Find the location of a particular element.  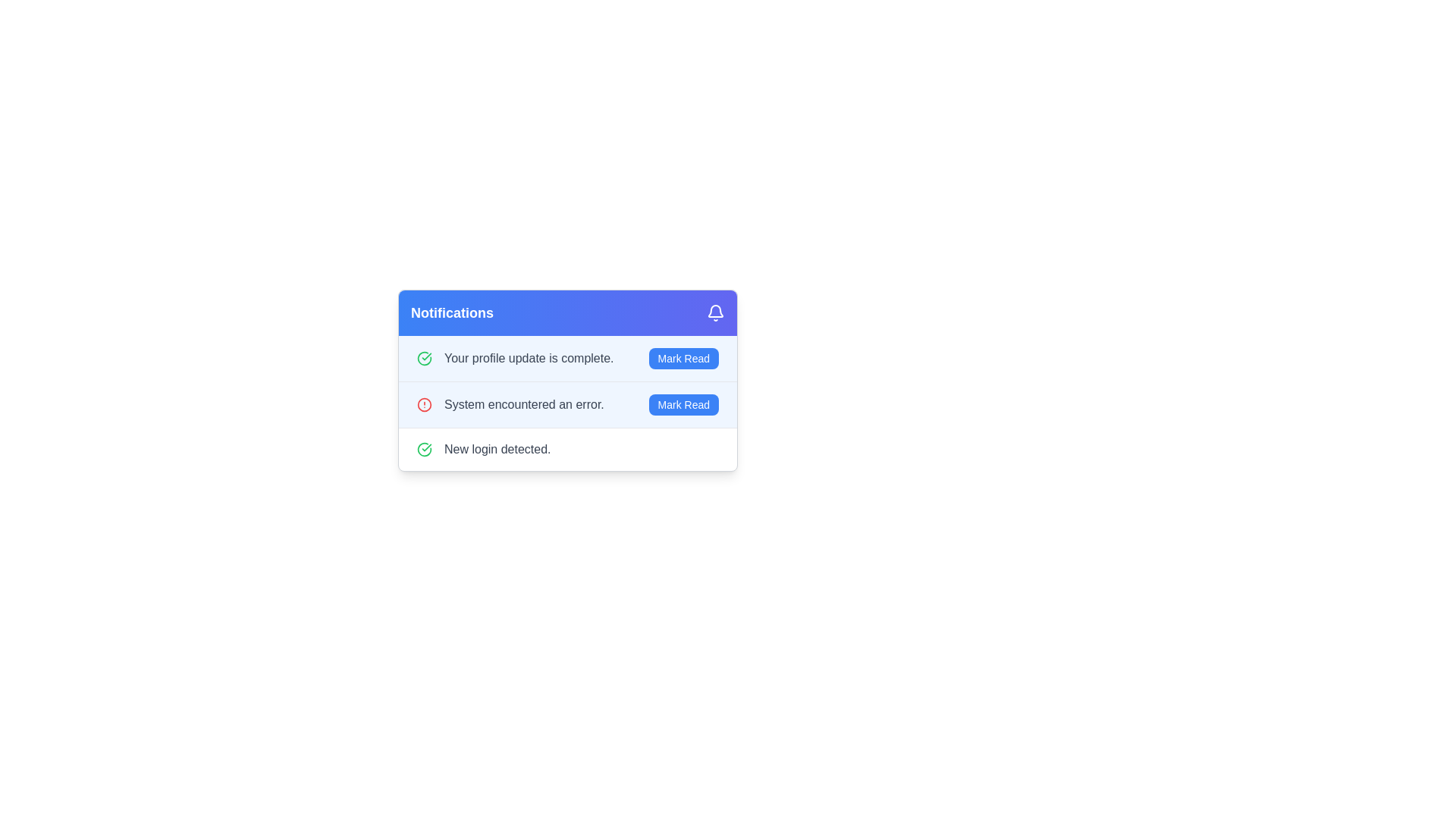

the second notification with the text 'System encountered an error.' which has a red alert icon to its left is located at coordinates (510, 403).